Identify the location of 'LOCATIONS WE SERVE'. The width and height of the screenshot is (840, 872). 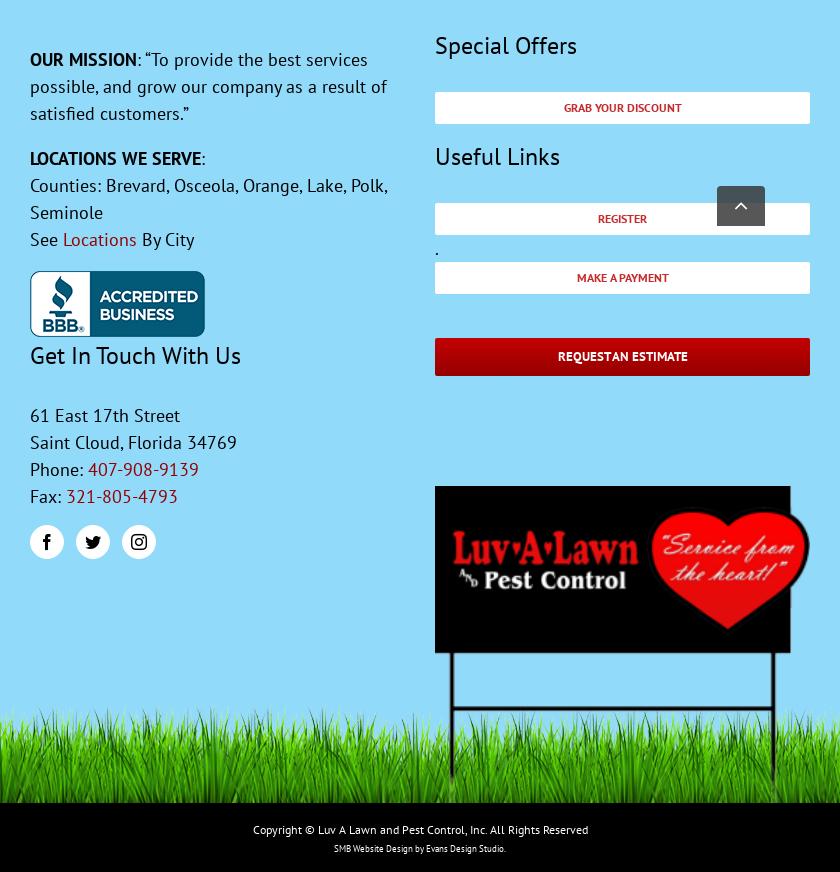
(115, 158).